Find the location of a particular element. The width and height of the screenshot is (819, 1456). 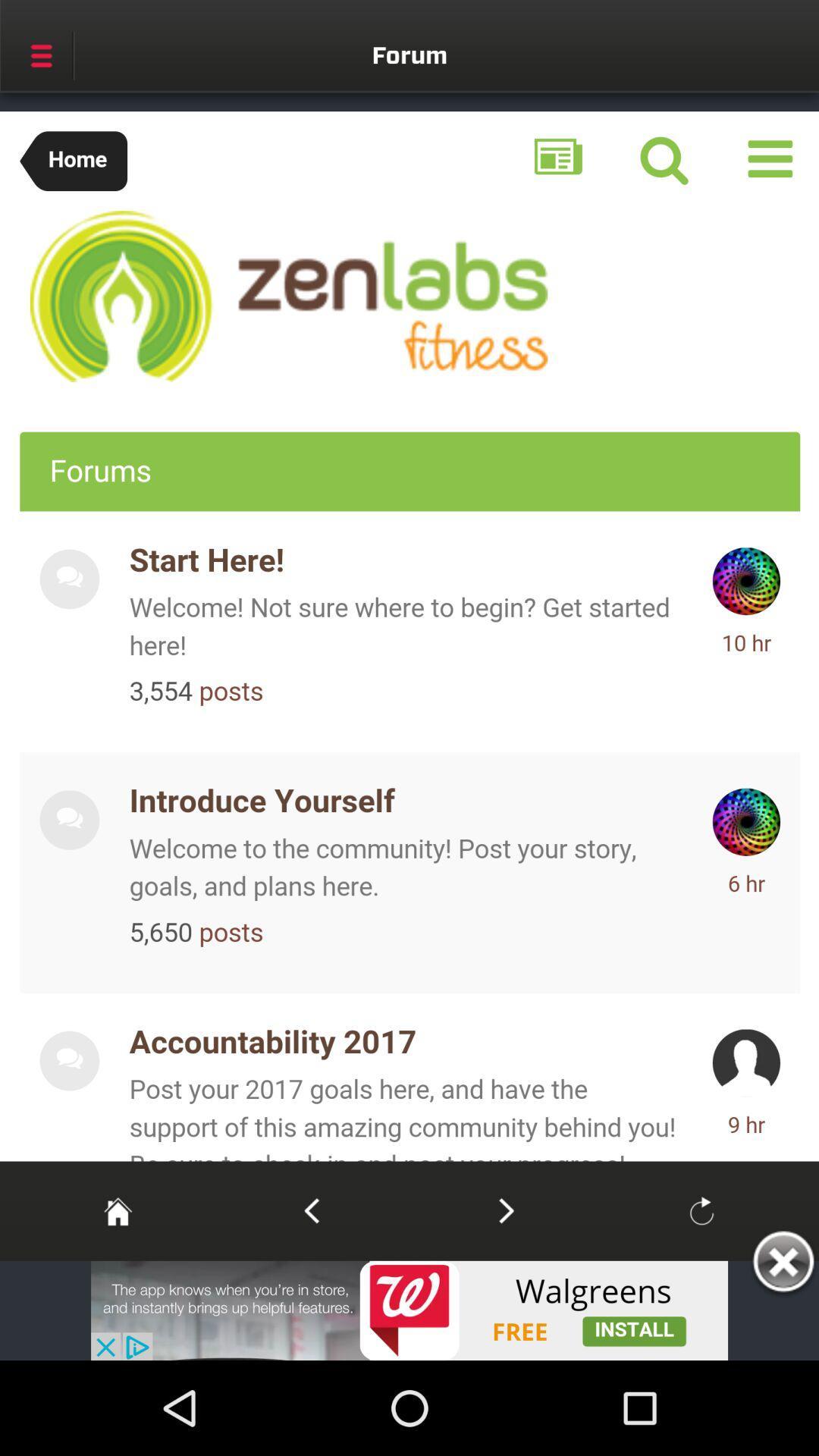

reload is located at coordinates (701, 1210).